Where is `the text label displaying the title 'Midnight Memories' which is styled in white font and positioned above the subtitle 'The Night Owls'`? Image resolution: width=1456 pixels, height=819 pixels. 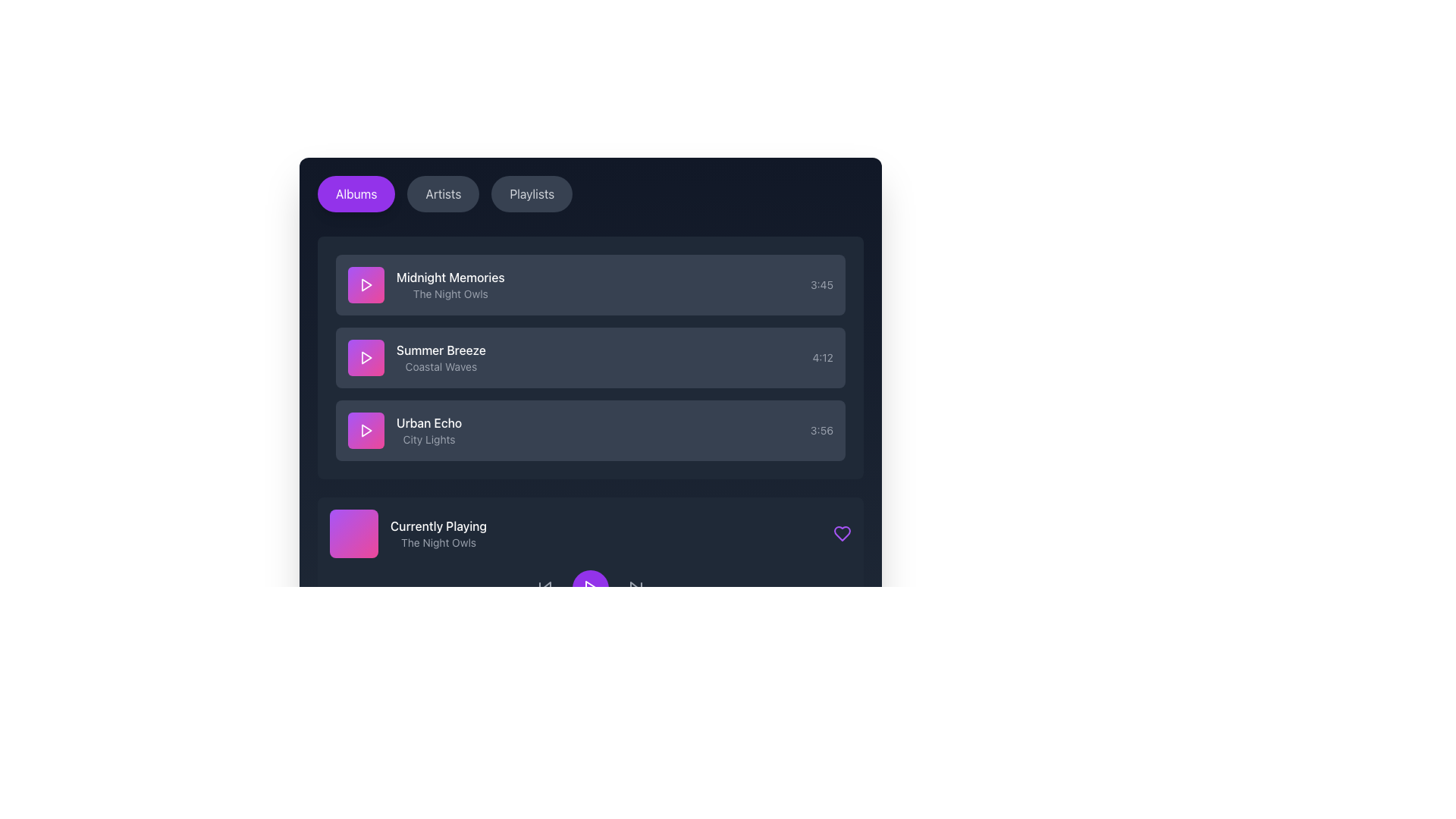 the text label displaying the title 'Midnight Memories' which is styled in white font and positioned above the subtitle 'The Night Owls' is located at coordinates (450, 278).